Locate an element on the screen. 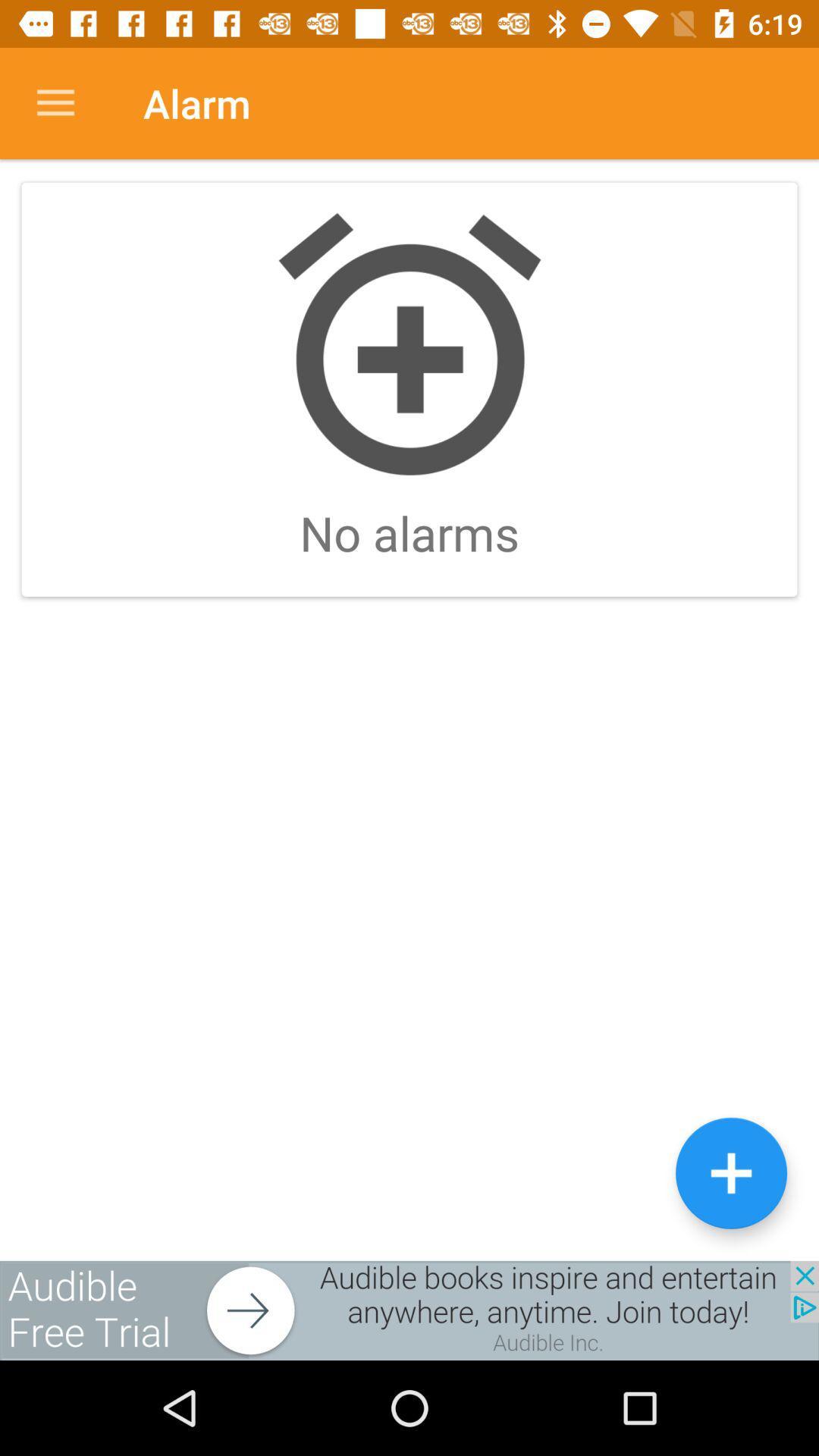  an alarm is located at coordinates (730, 1172).